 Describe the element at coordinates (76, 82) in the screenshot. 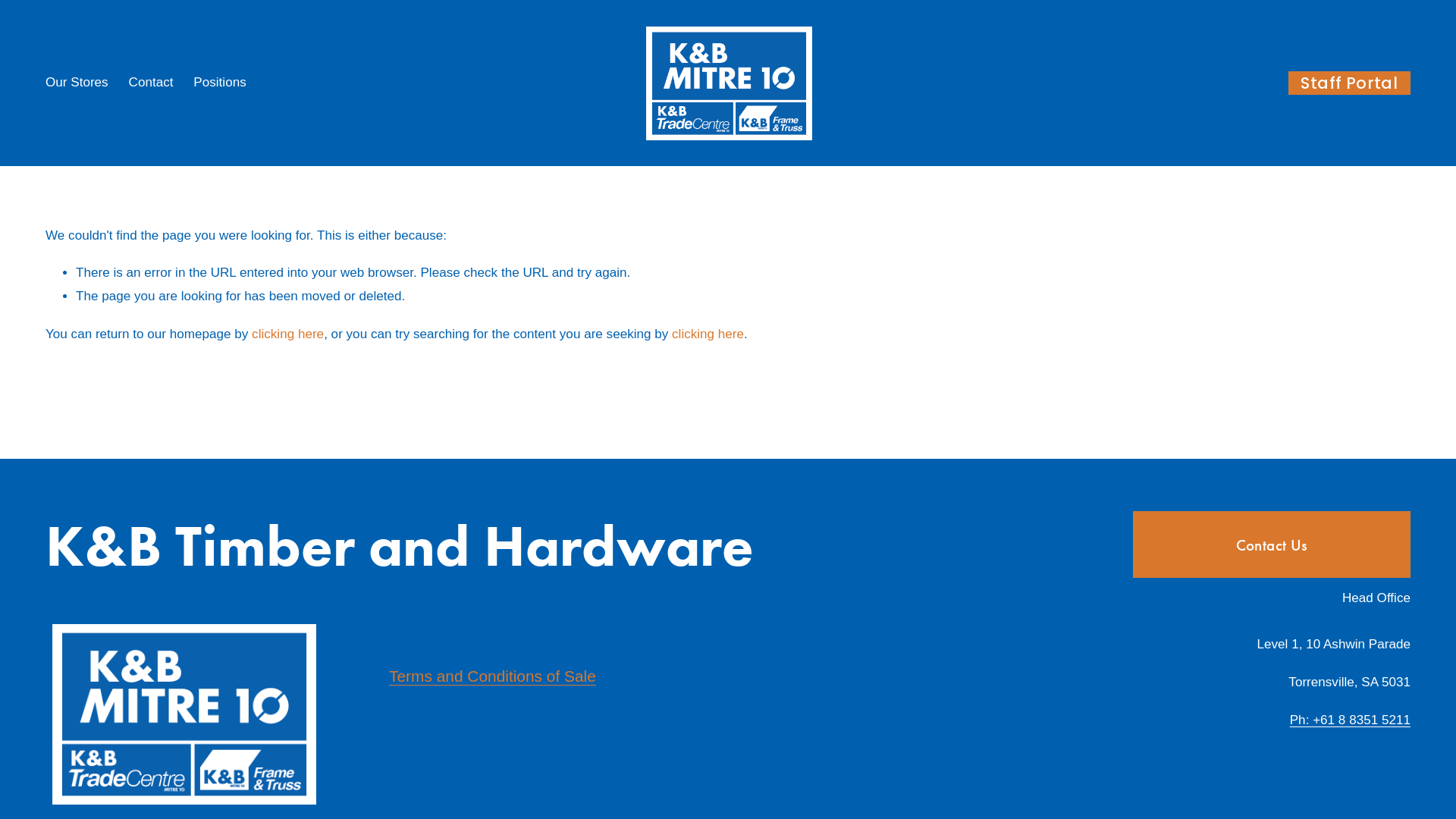

I see `'Our Stores'` at that location.